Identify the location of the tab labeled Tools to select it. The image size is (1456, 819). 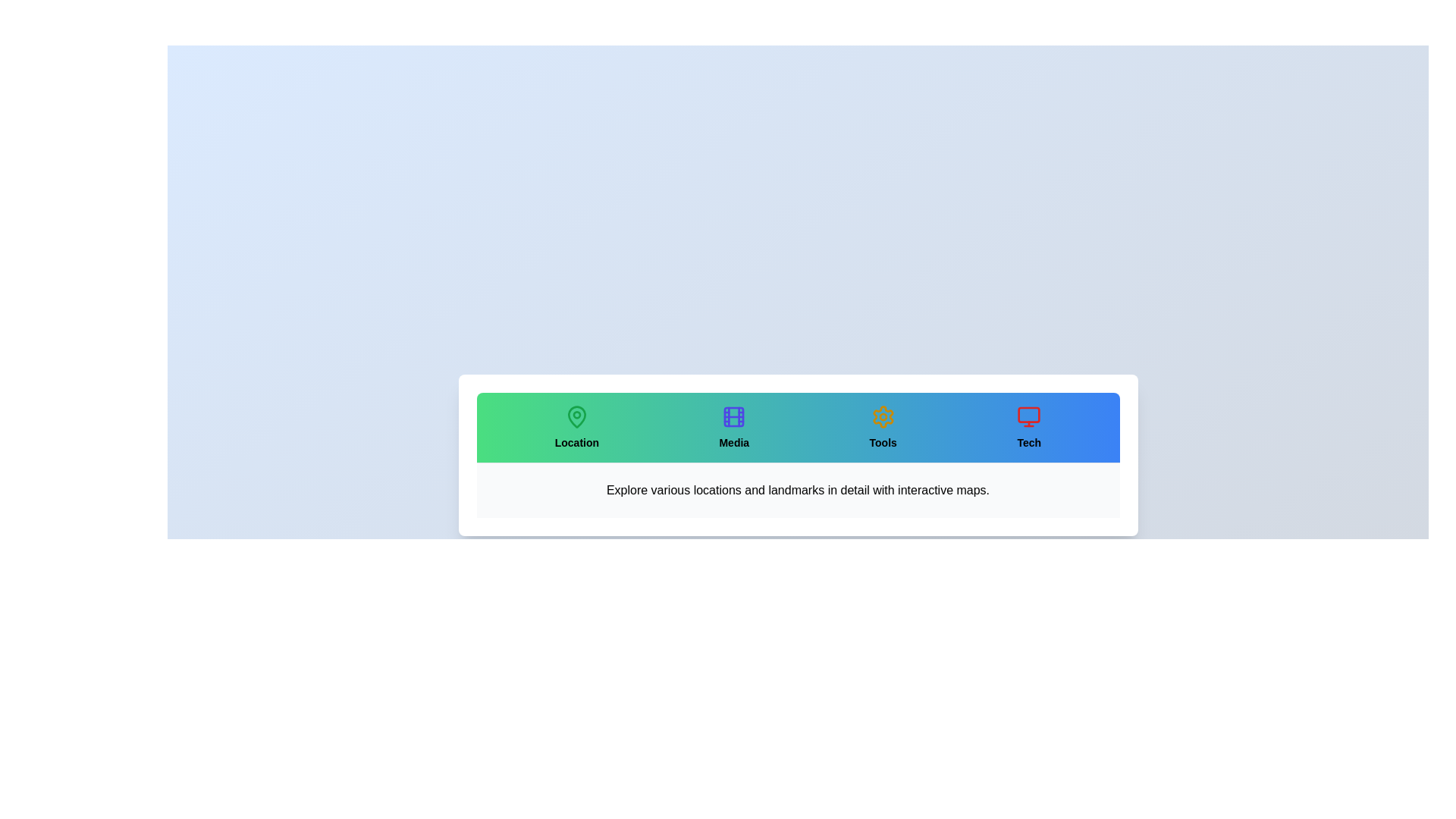
(883, 427).